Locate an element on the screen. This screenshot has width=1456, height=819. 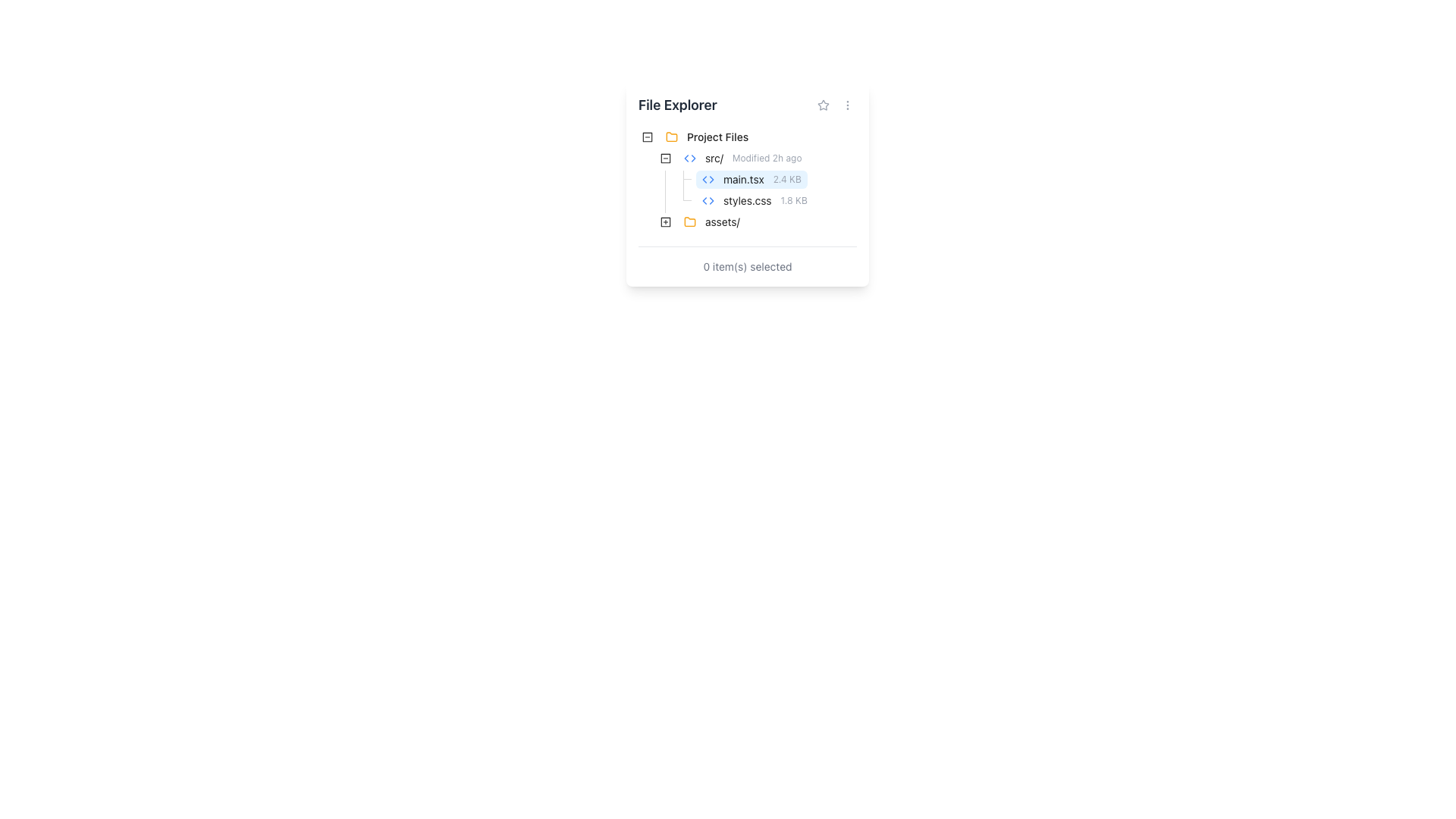
the interactive label for the 'src/' folder, which is styled with a blue and bold font, located in the file tree under 'Project Files' is located at coordinates (742, 158).